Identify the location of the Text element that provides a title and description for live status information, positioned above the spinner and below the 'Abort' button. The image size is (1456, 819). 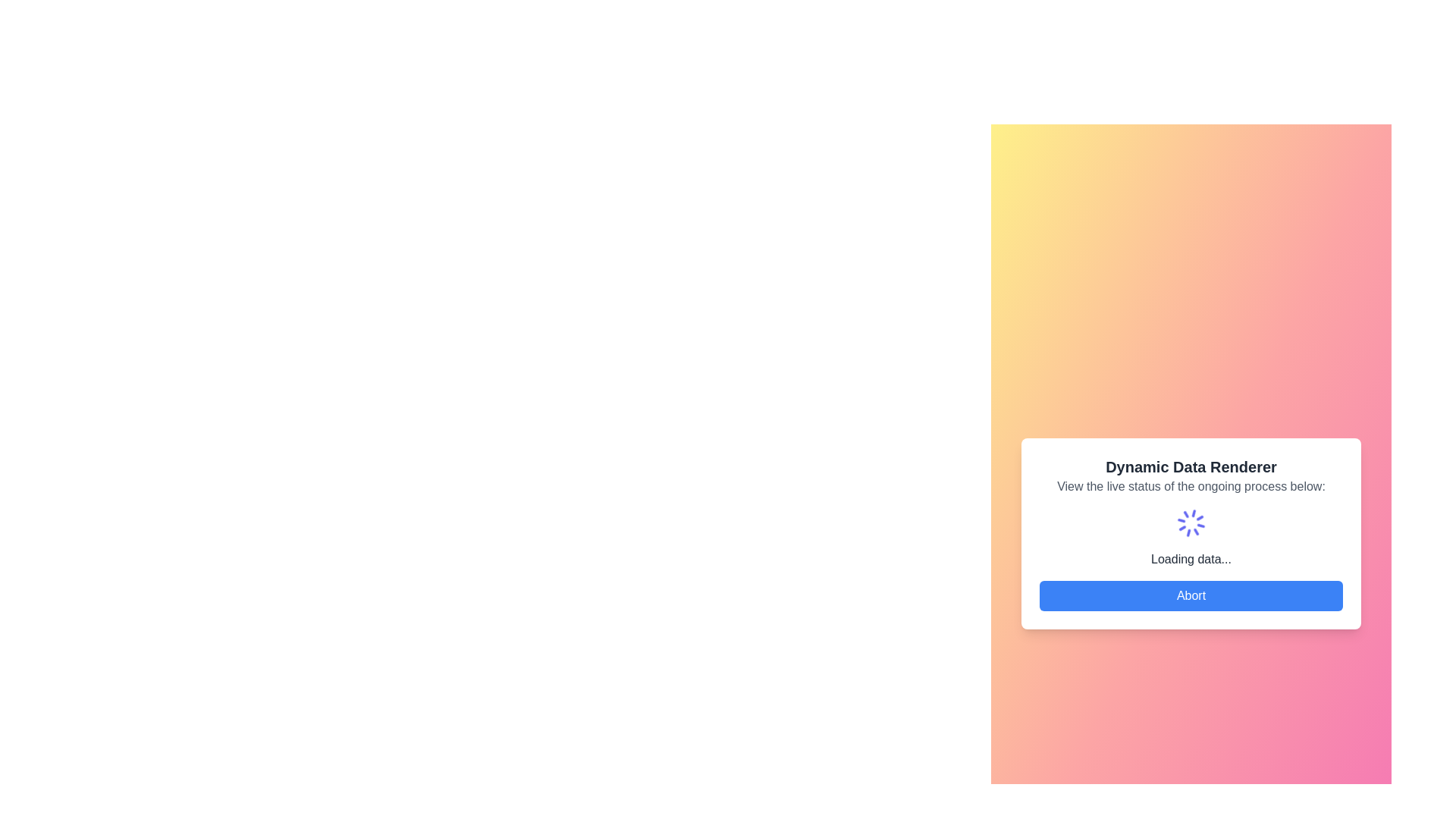
(1190, 475).